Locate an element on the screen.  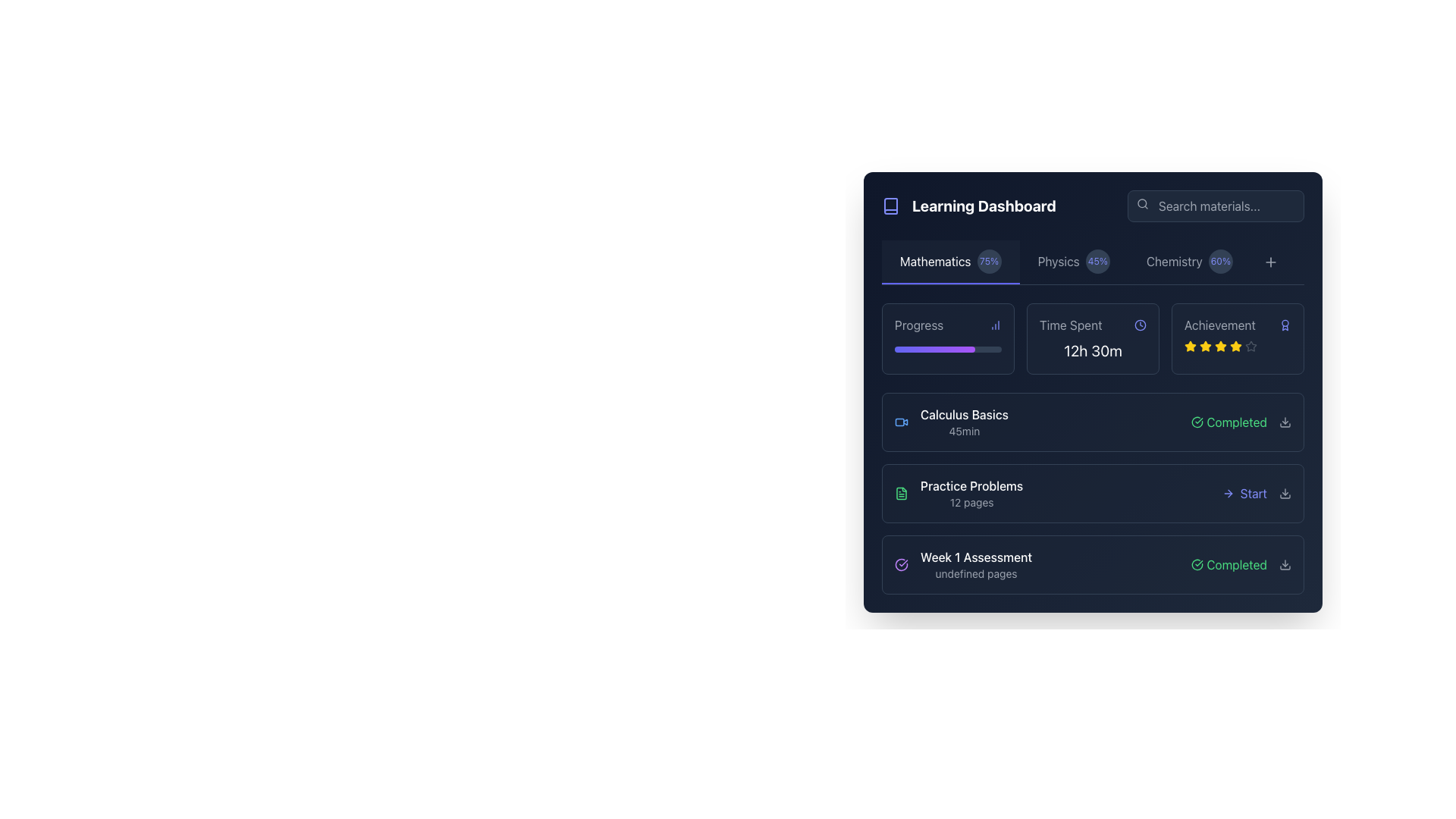
the light blue rectangular element located centrally inside the video camera icon in the first row of the dashboard layout is located at coordinates (899, 422).